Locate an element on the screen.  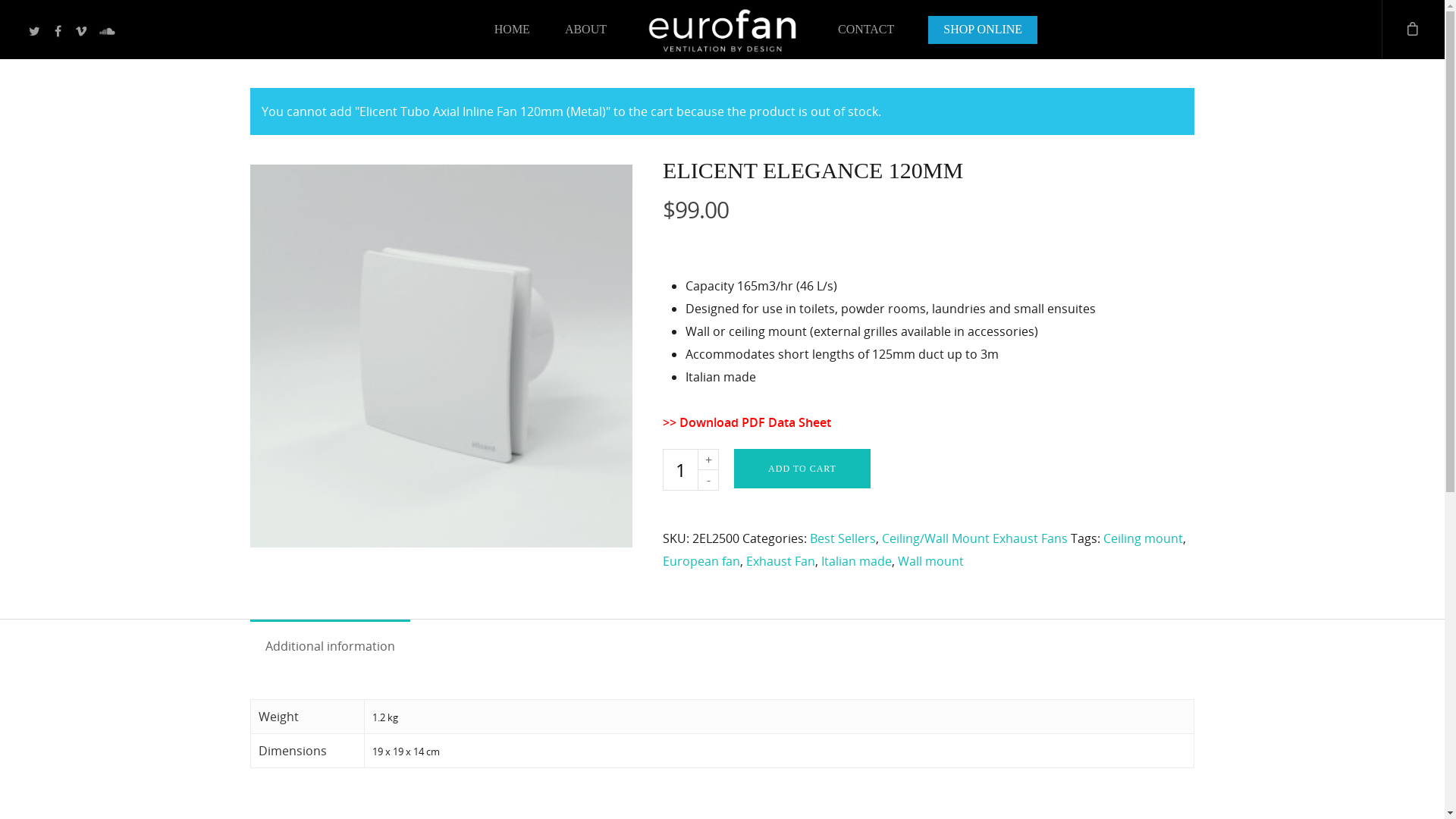
'>> Download PDF Data Sheet' is located at coordinates (746, 422).